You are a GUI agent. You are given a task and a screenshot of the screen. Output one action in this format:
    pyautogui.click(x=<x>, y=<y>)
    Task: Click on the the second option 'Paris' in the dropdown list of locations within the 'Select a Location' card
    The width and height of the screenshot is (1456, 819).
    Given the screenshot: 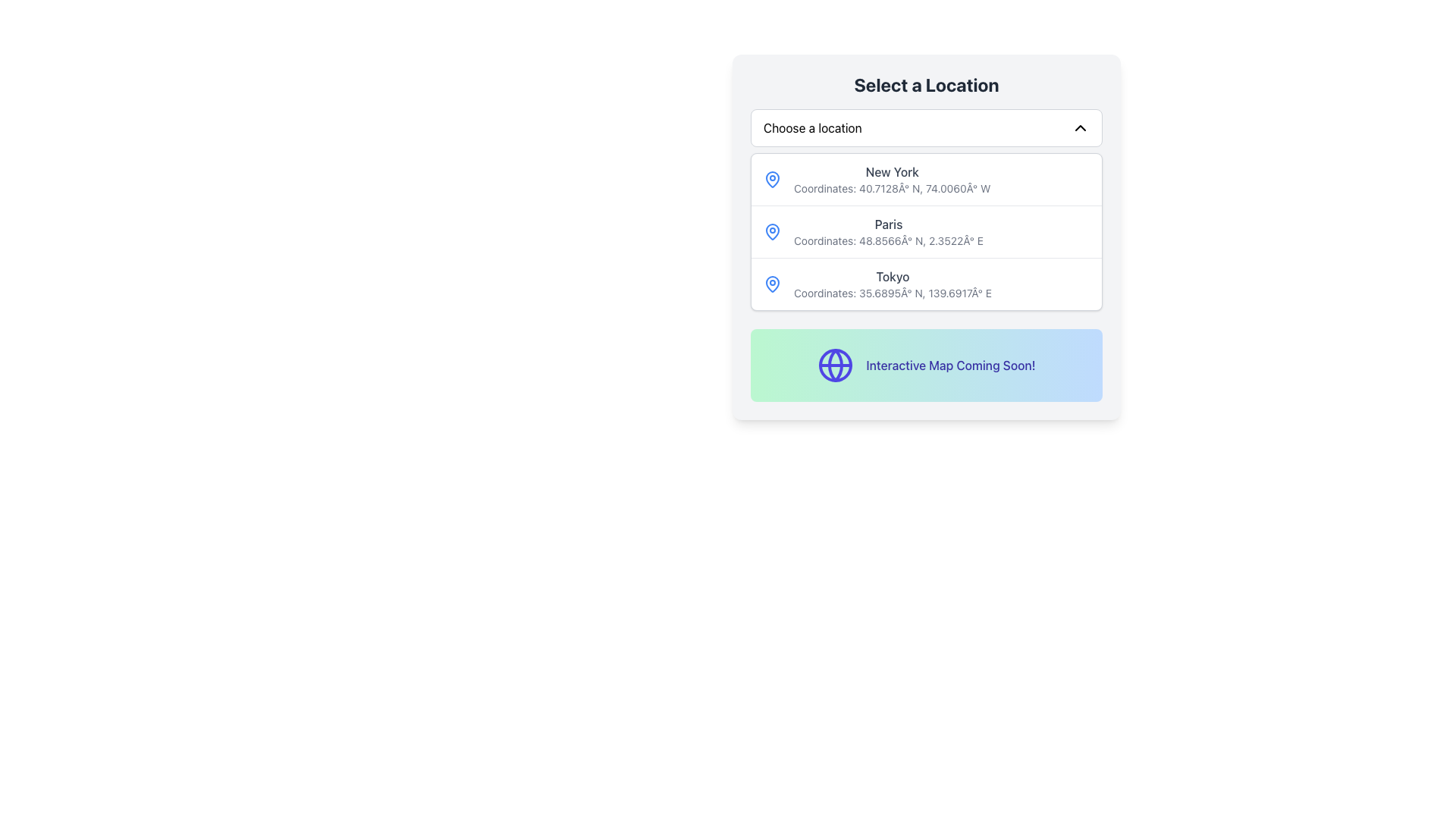 What is the action you would take?
    pyautogui.click(x=926, y=231)
    